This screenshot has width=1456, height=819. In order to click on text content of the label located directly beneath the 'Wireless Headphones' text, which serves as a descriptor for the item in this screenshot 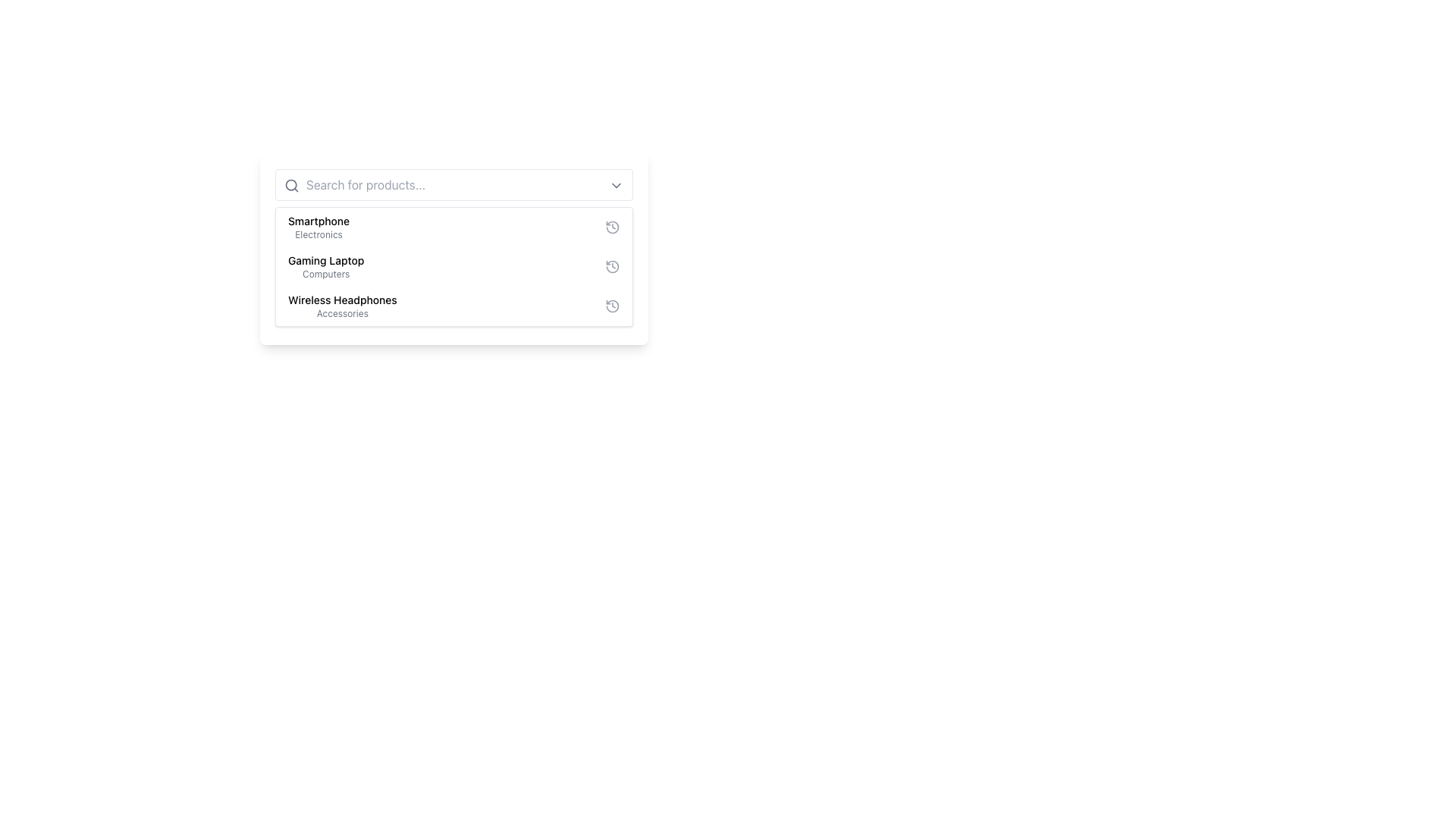, I will do `click(341, 312)`.